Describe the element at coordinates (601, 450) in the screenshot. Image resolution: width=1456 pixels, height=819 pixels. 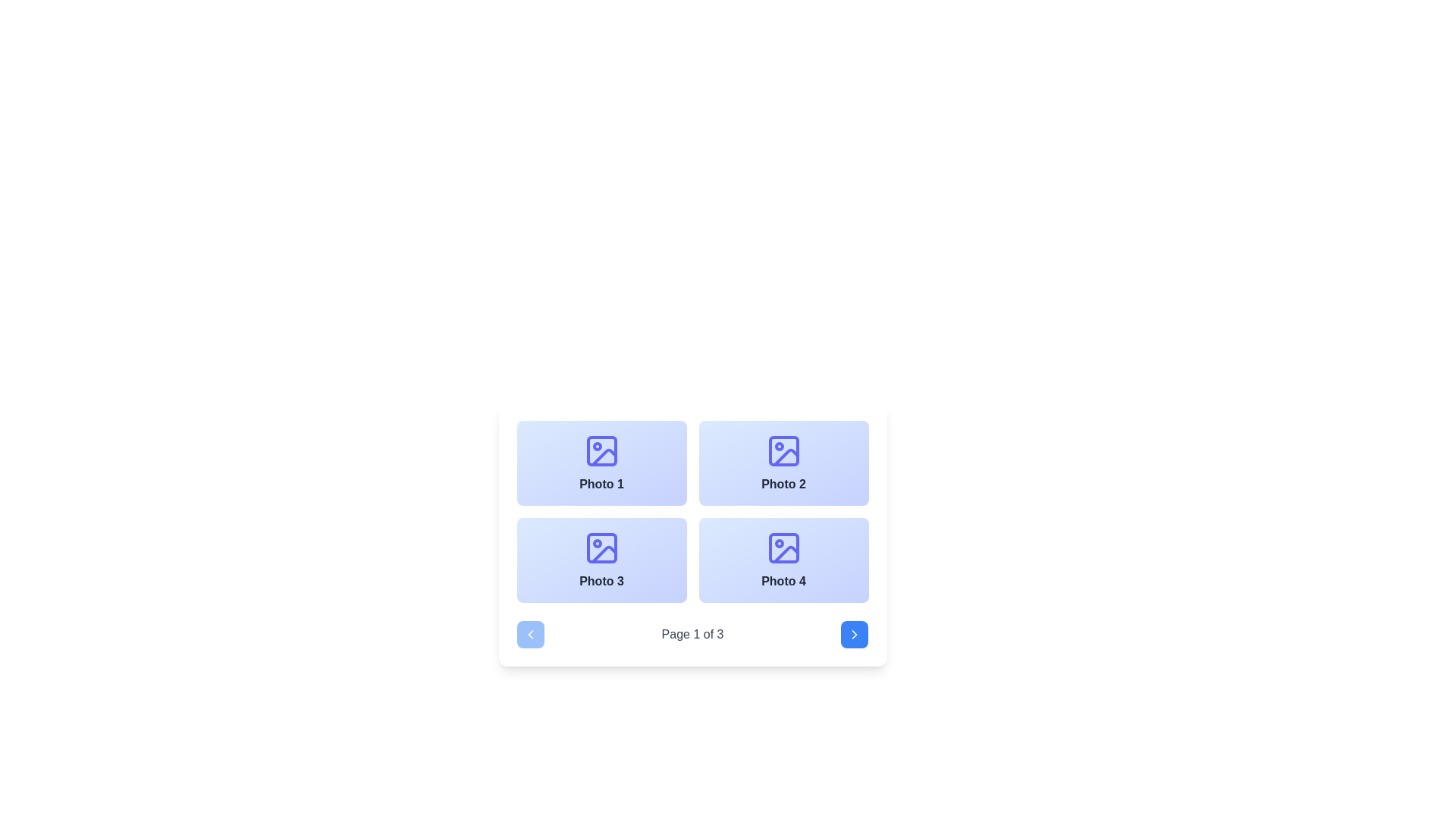
I see `the small rectangular decorative shape within the photo icon labeled 'Photo 1', located in the top-left corner of a 2x2 grid layout` at that location.